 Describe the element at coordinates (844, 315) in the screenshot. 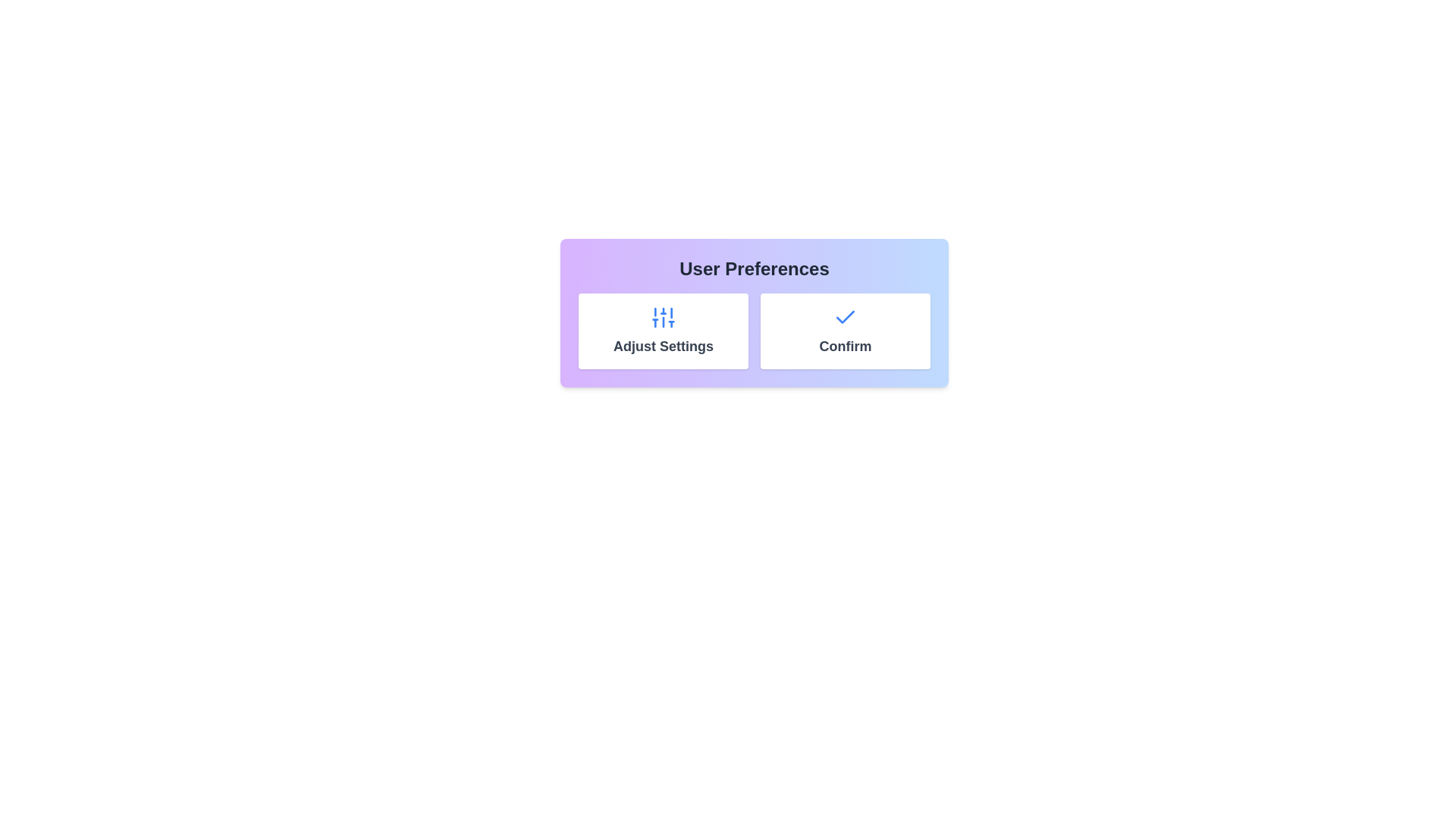

I see `the blue checkmark icon in the 'Confirm' button` at that location.